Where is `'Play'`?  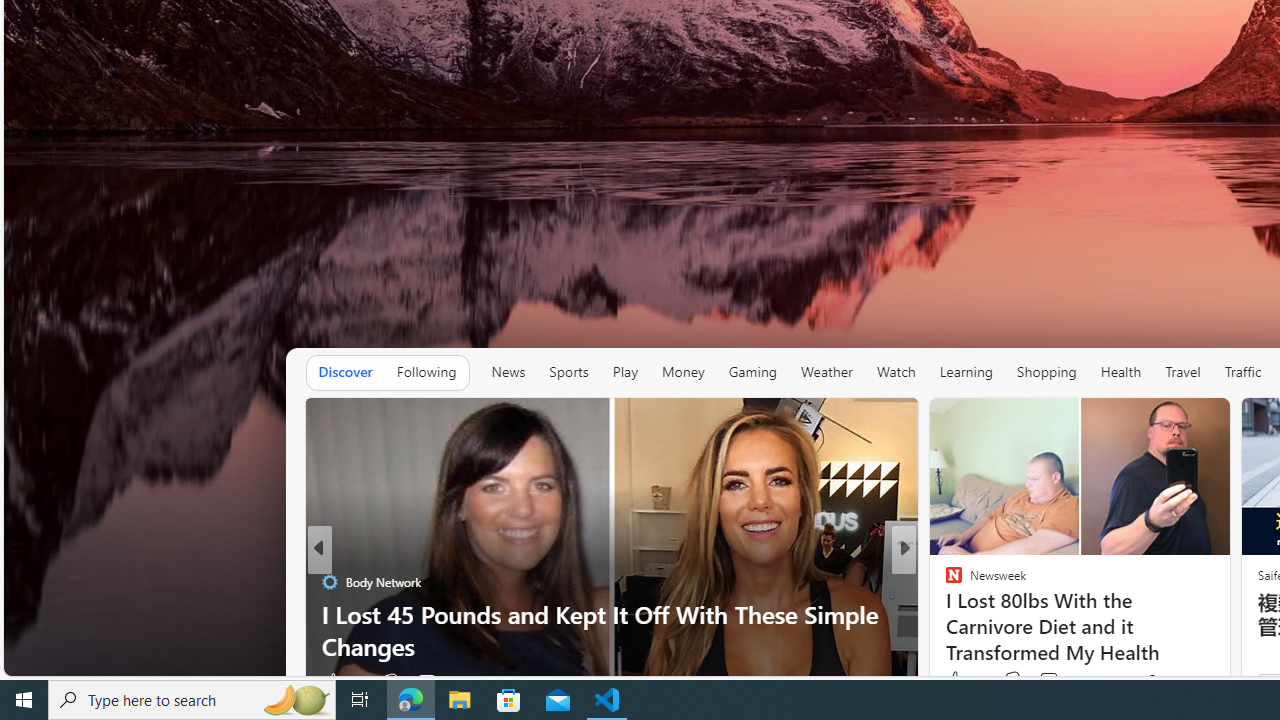
'Play' is located at coordinates (624, 372).